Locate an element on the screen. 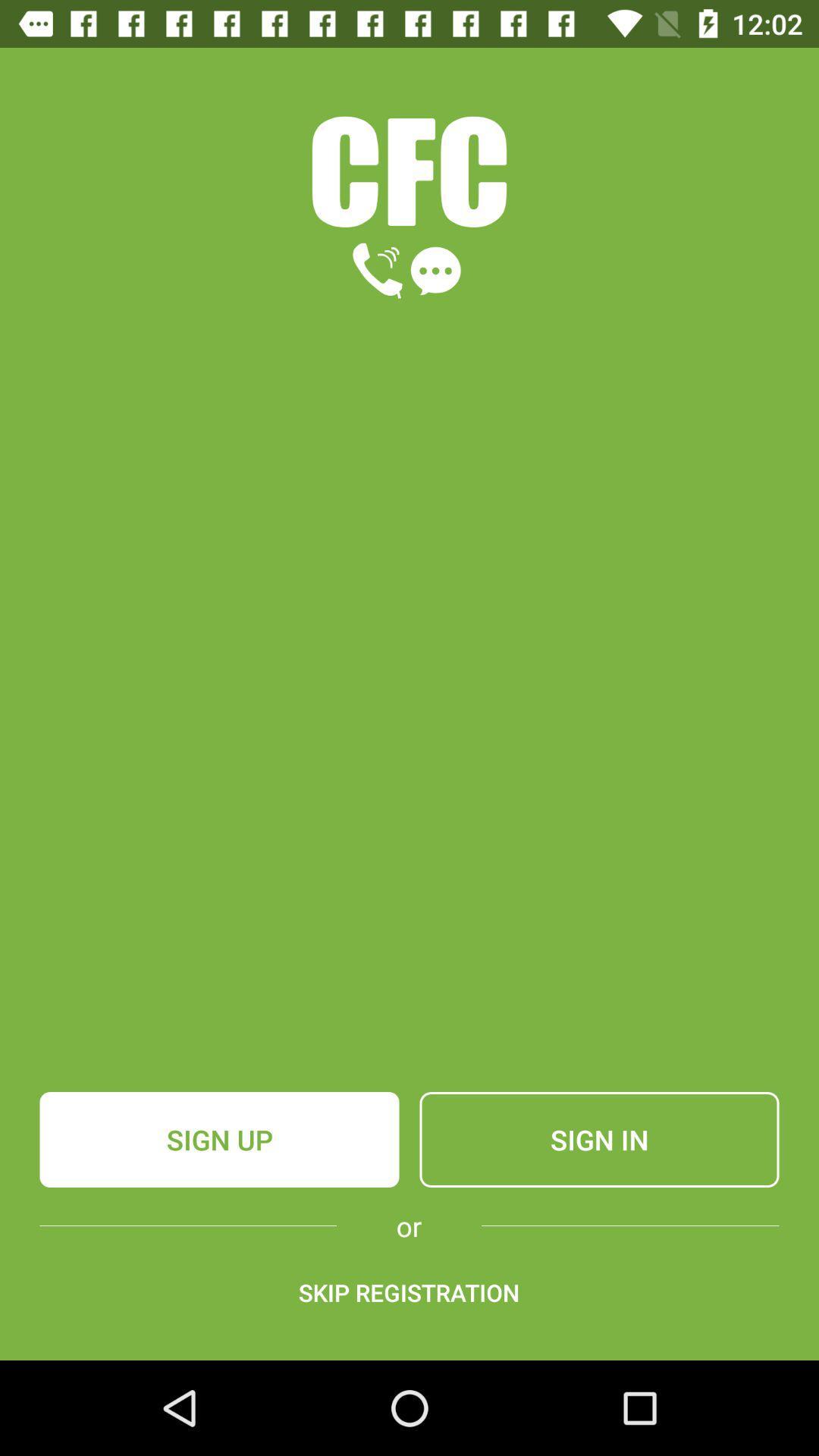  icon next to the sign up icon is located at coordinates (598, 1139).